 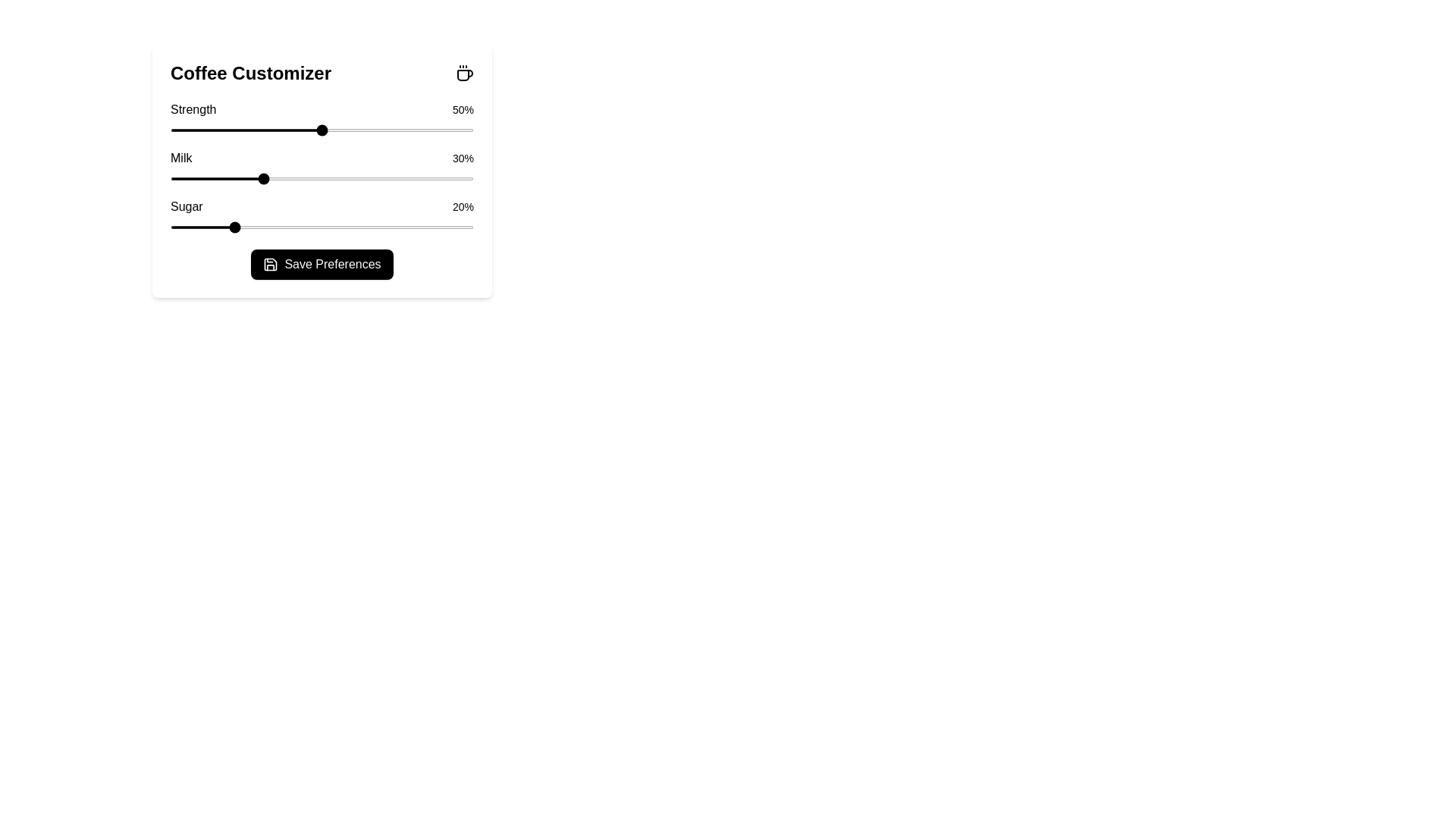 I want to click on the strength slider, so click(x=265, y=130).